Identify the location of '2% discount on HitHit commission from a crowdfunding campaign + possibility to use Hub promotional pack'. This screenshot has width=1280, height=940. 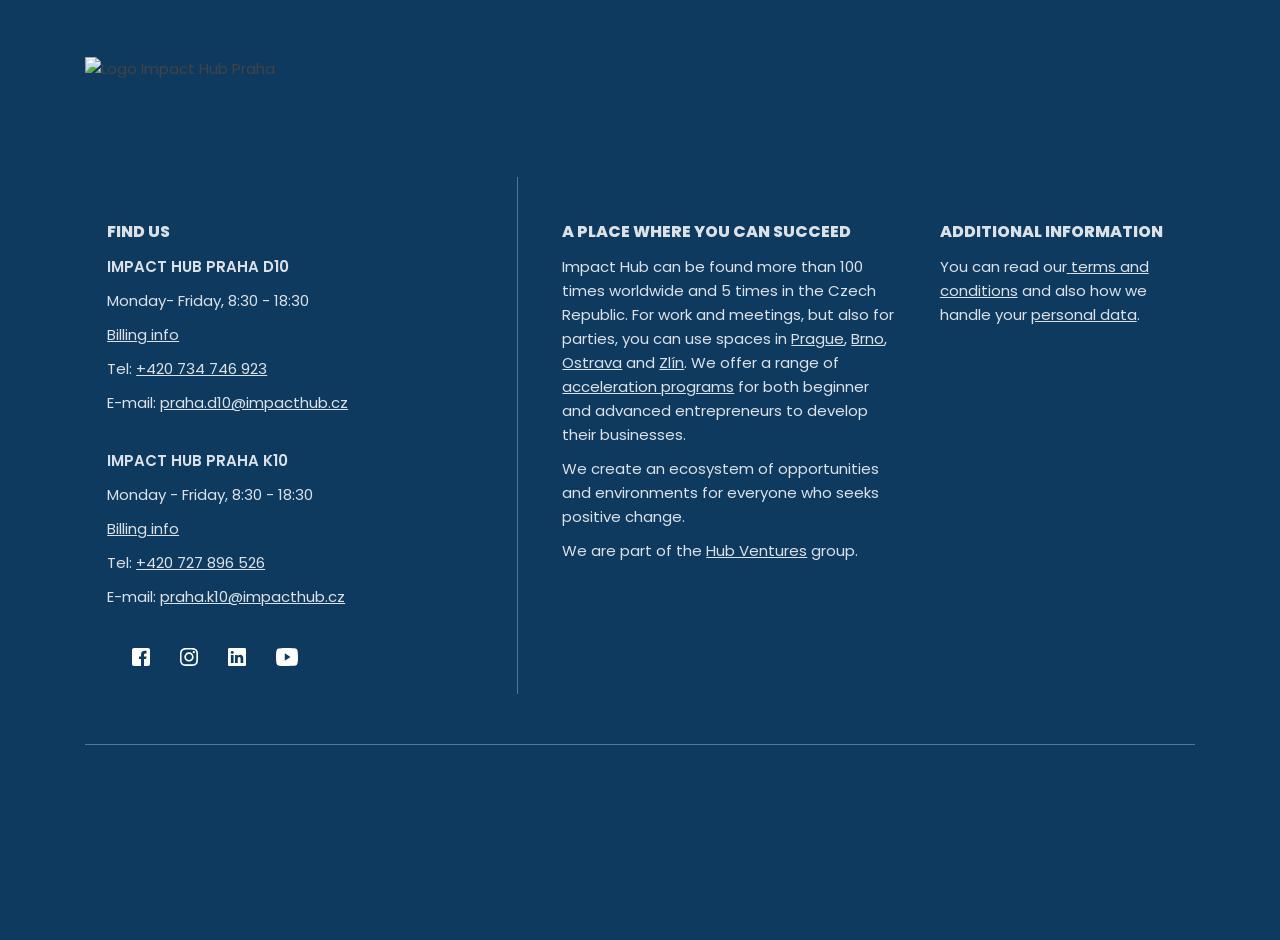
(787, 111).